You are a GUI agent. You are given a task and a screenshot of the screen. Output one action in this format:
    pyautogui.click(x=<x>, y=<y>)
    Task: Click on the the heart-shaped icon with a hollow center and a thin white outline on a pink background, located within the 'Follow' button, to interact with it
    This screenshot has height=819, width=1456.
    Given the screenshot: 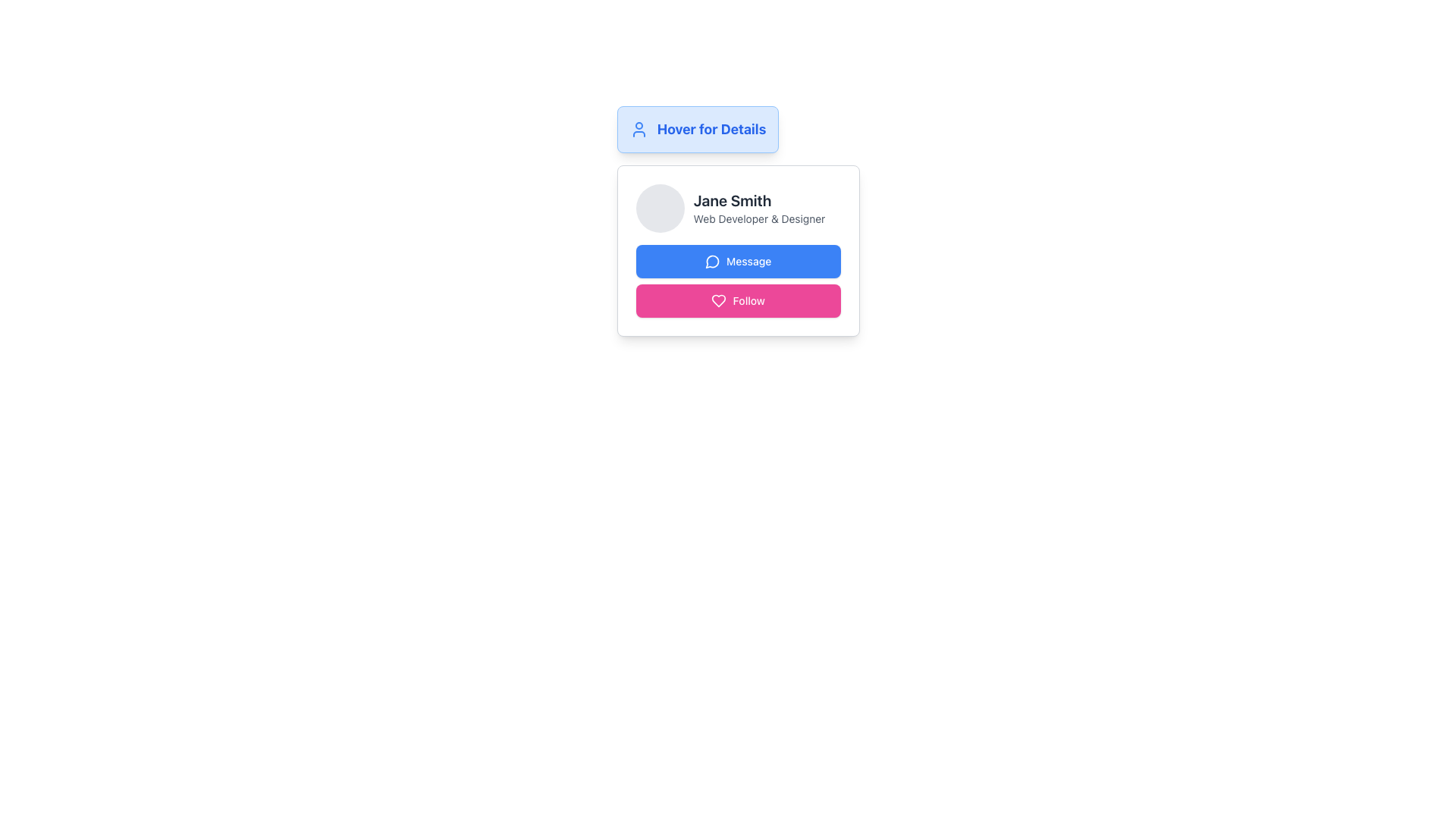 What is the action you would take?
    pyautogui.click(x=718, y=301)
    